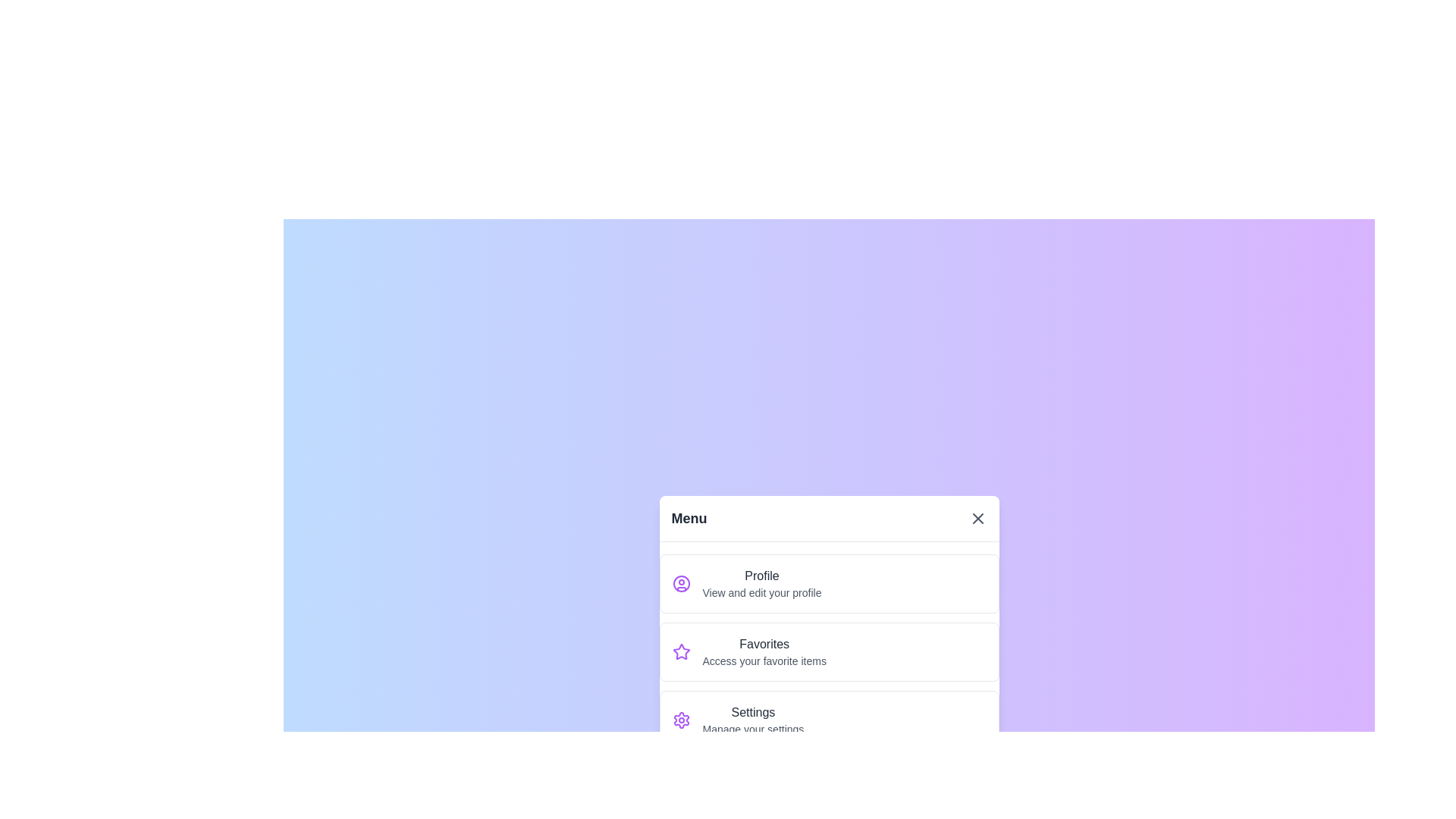  What do you see at coordinates (828, 582) in the screenshot?
I see `the menu item Profile from the list` at bounding box center [828, 582].